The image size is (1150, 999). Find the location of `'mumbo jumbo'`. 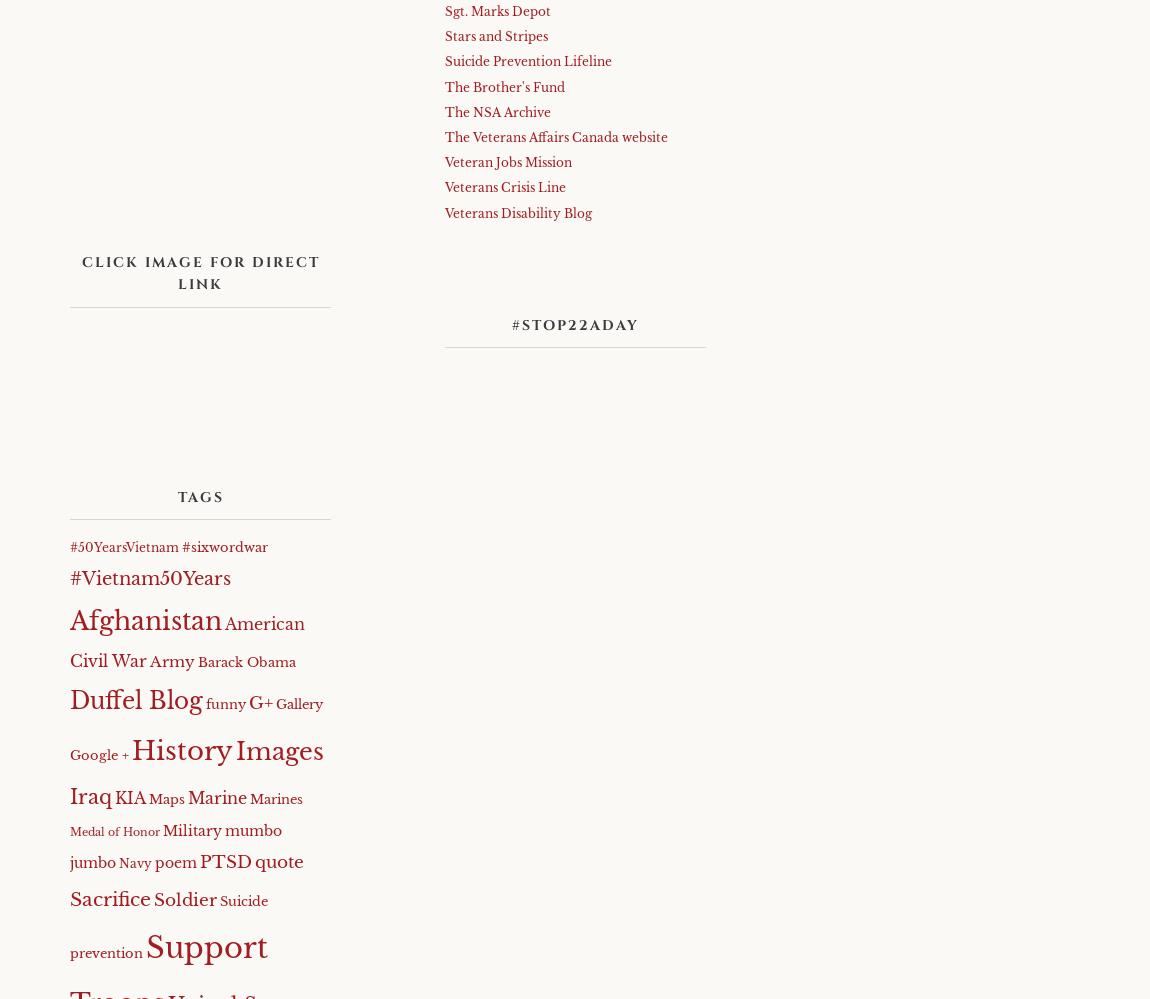

'mumbo jumbo' is located at coordinates (174, 846).